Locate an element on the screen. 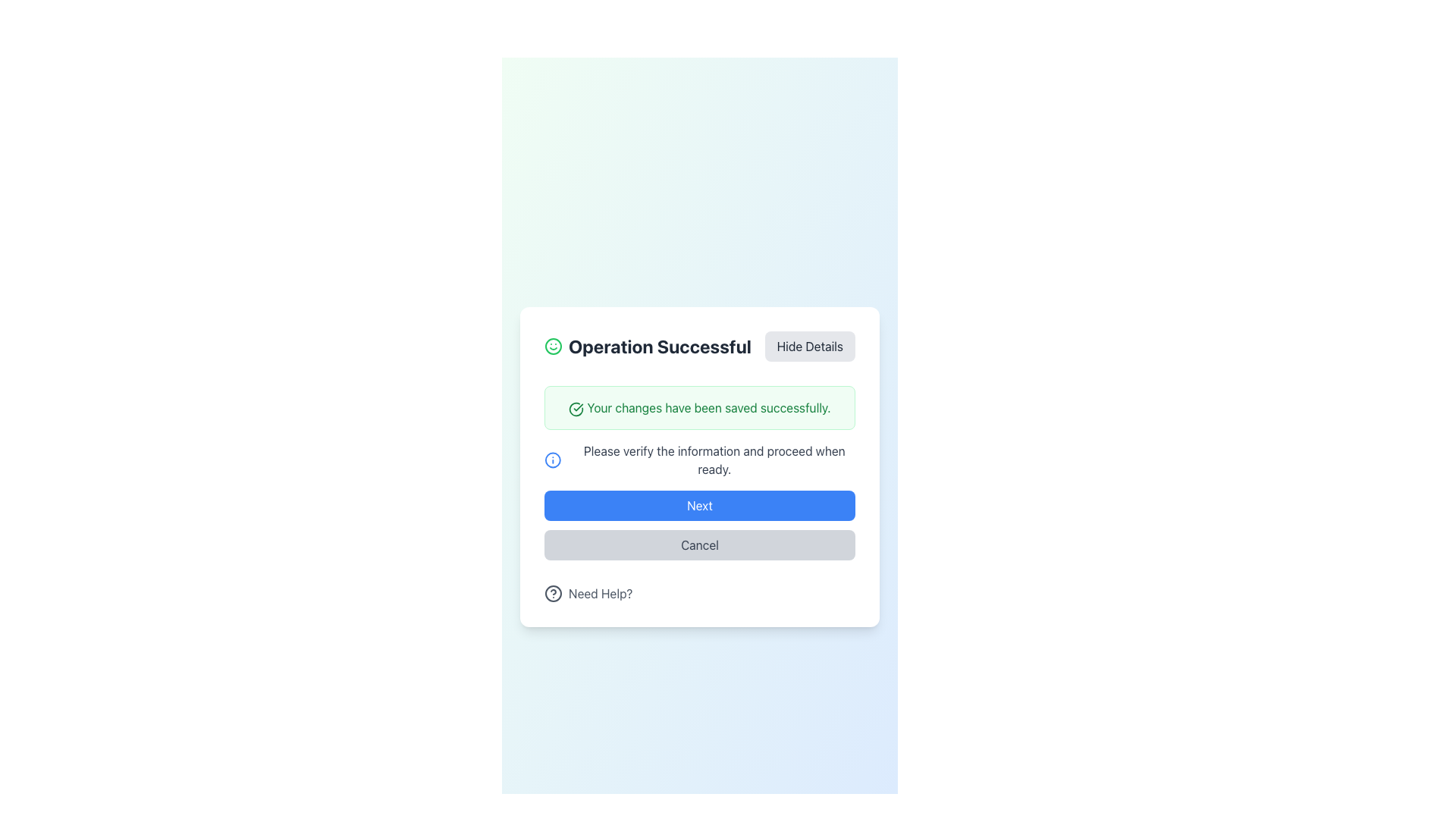  text from the header of the pop-up dialog box that states 'Operation Successful' is located at coordinates (648, 346).